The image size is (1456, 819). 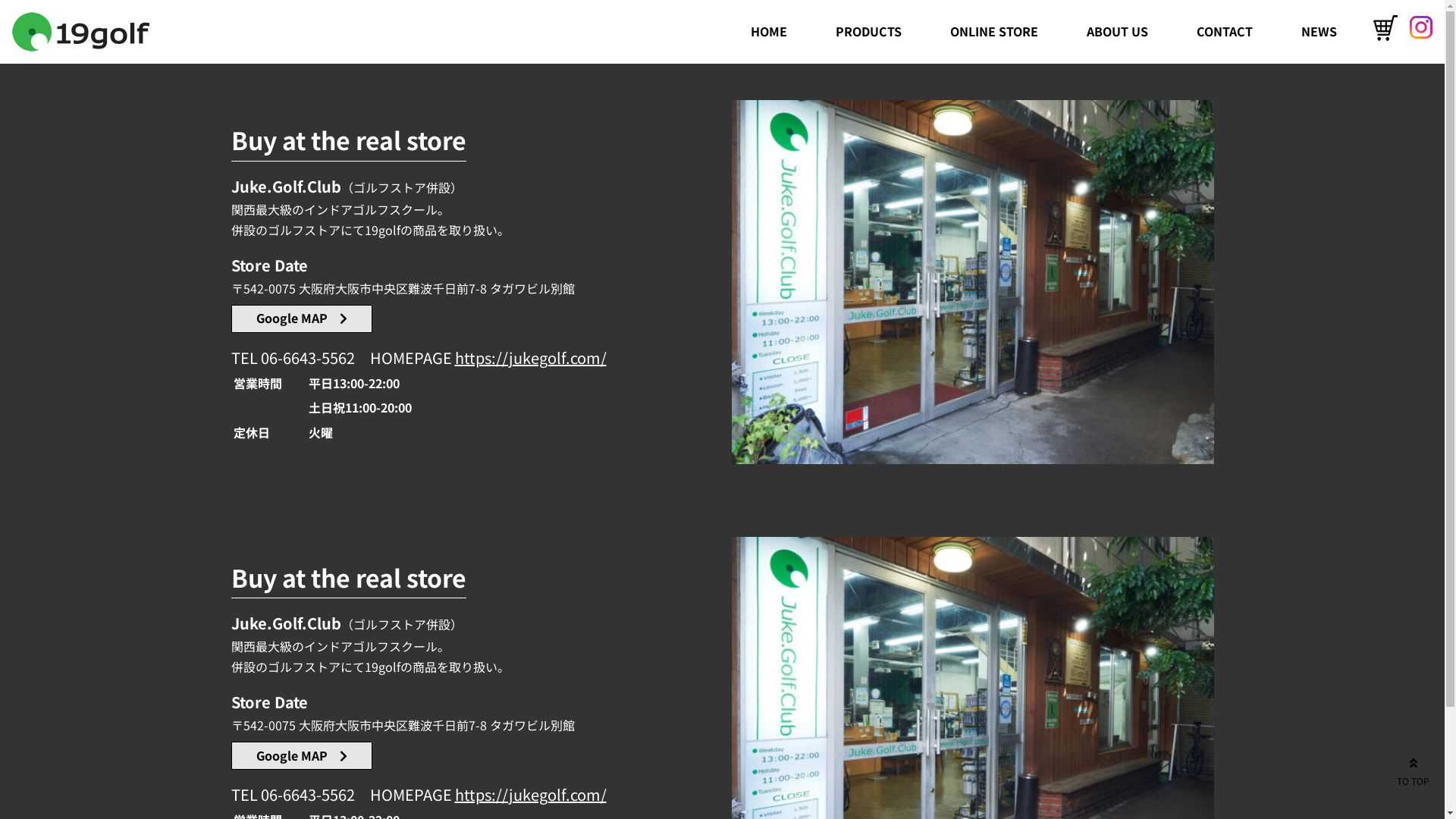 What do you see at coordinates (1318, 31) in the screenshot?
I see `'NEWS'` at bounding box center [1318, 31].